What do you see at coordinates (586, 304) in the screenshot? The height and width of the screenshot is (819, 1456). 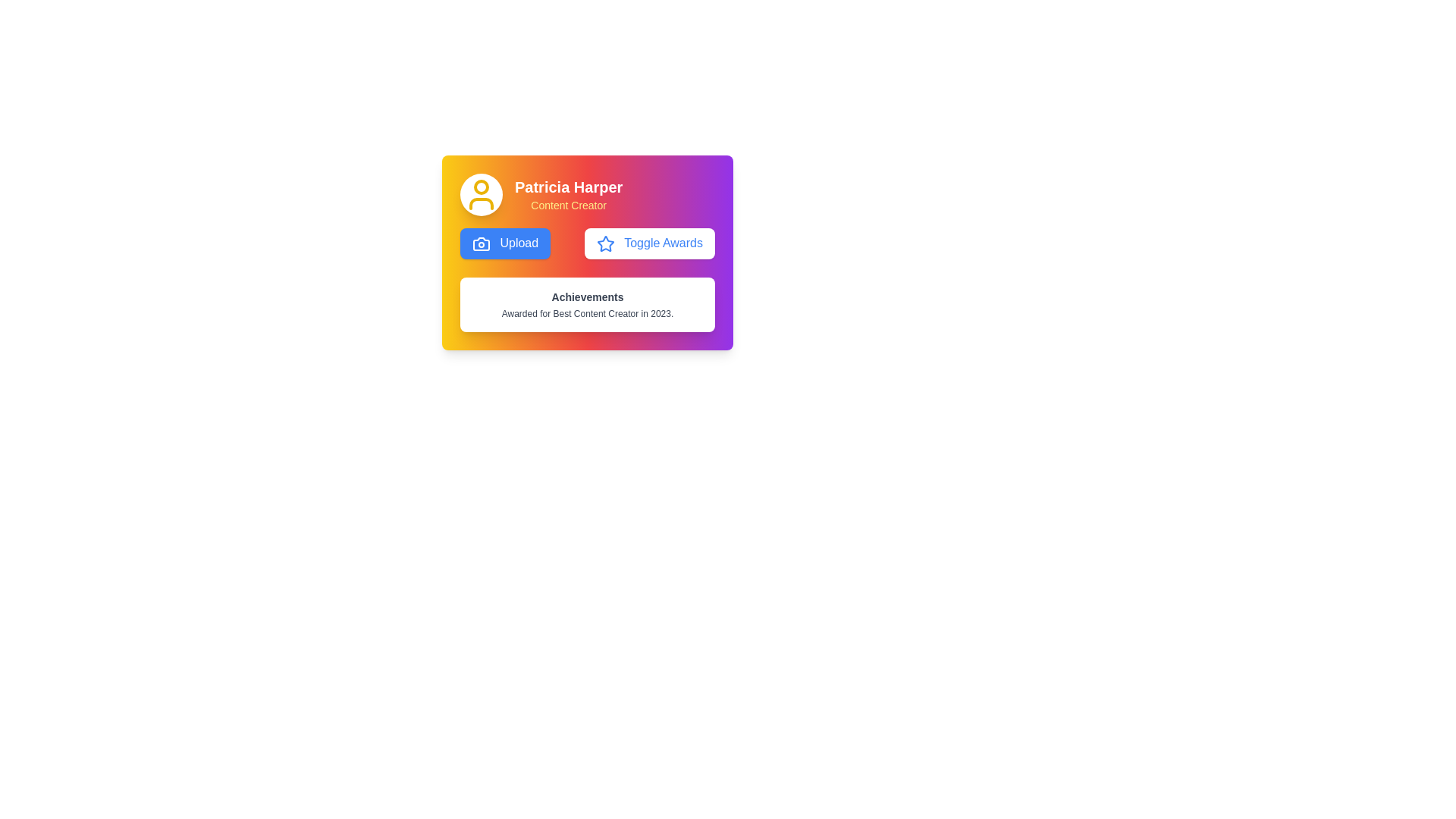 I see `the informational card titled 'Achievements', which displays the text 'Awarded for Best Content Creator in 2023.'` at bounding box center [586, 304].